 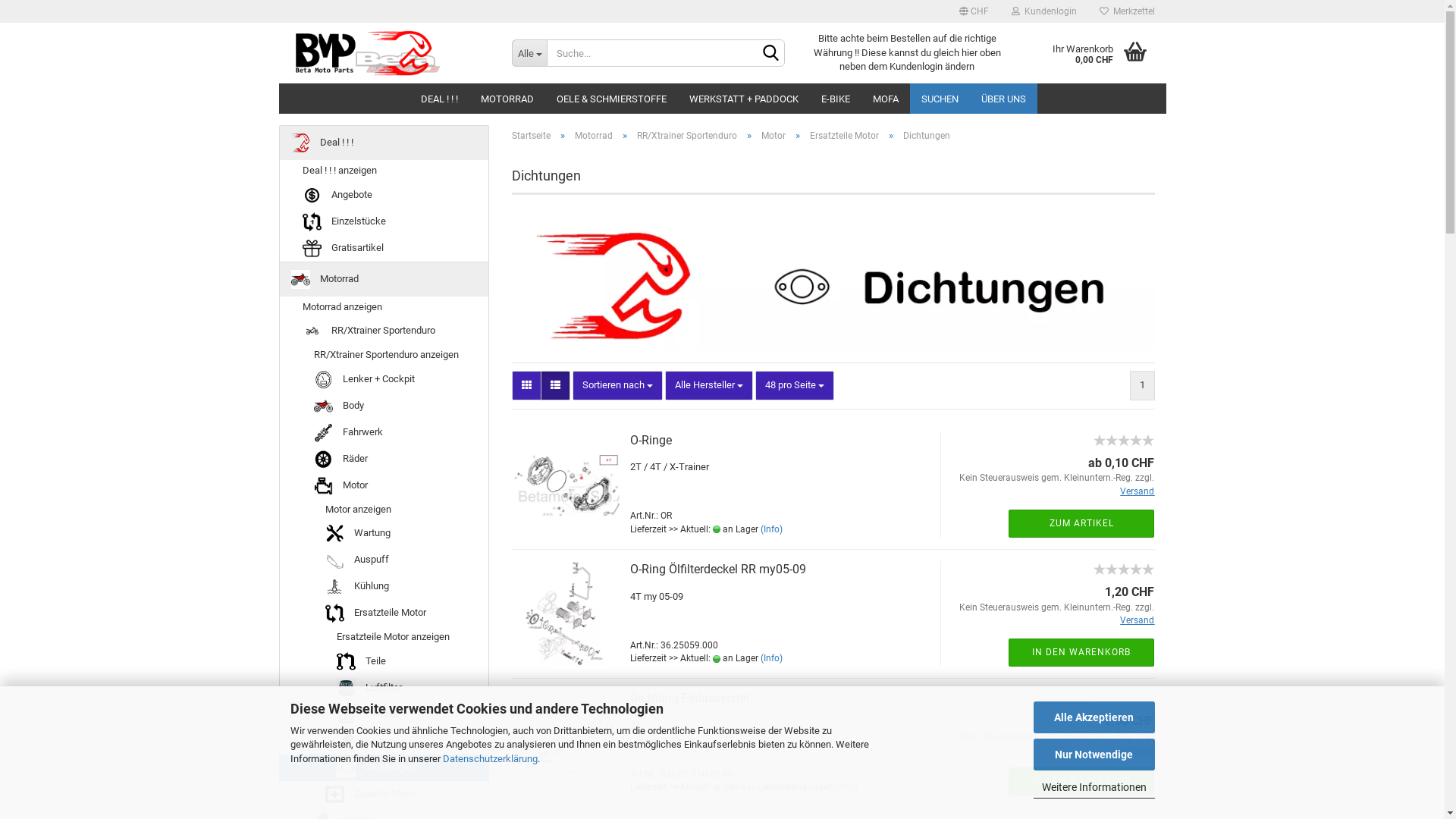 I want to click on 'Sortieren nach', so click(x=571, y=384).